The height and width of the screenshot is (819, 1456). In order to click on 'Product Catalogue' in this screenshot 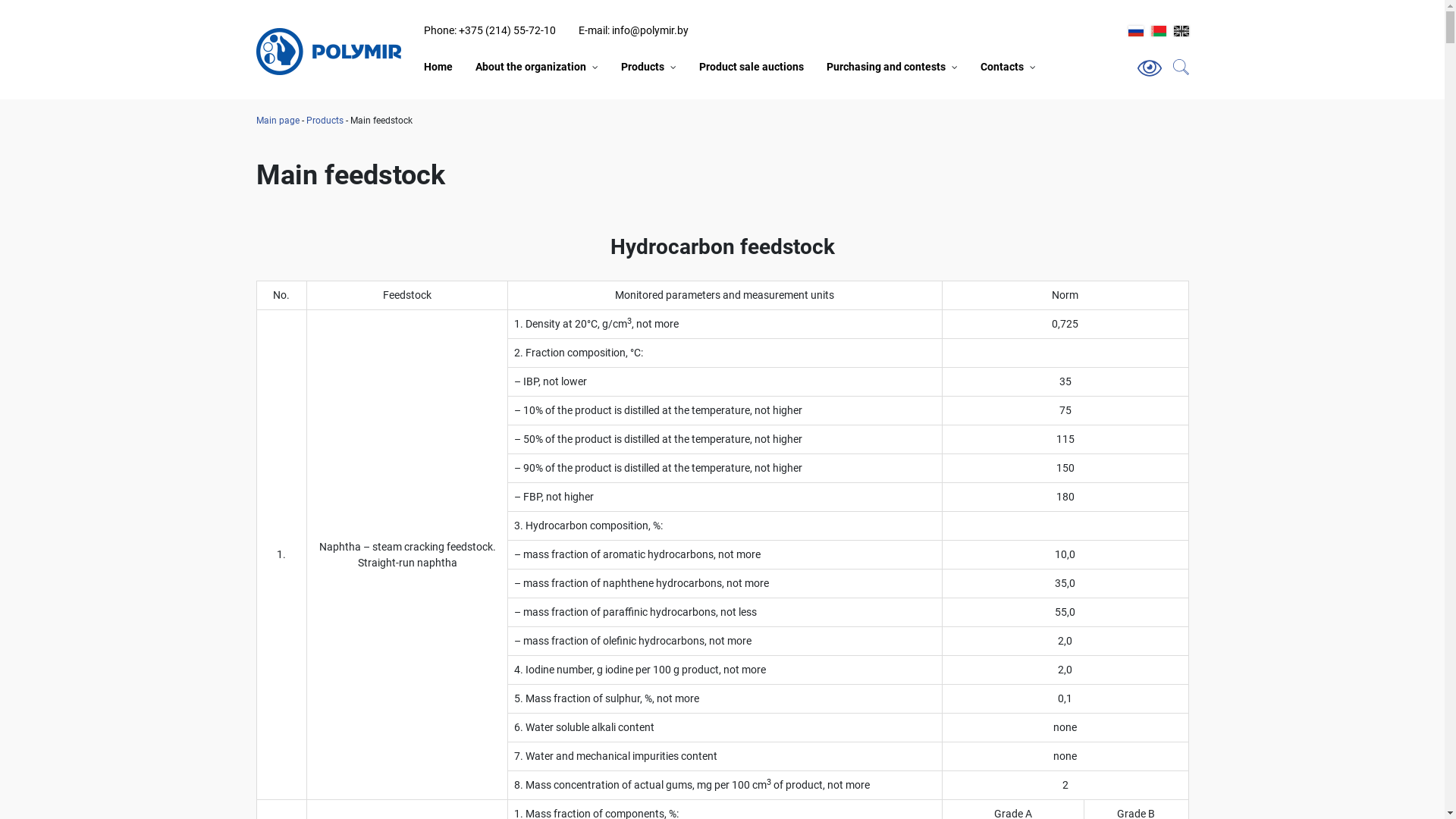, I will do `click(604, 88)`.